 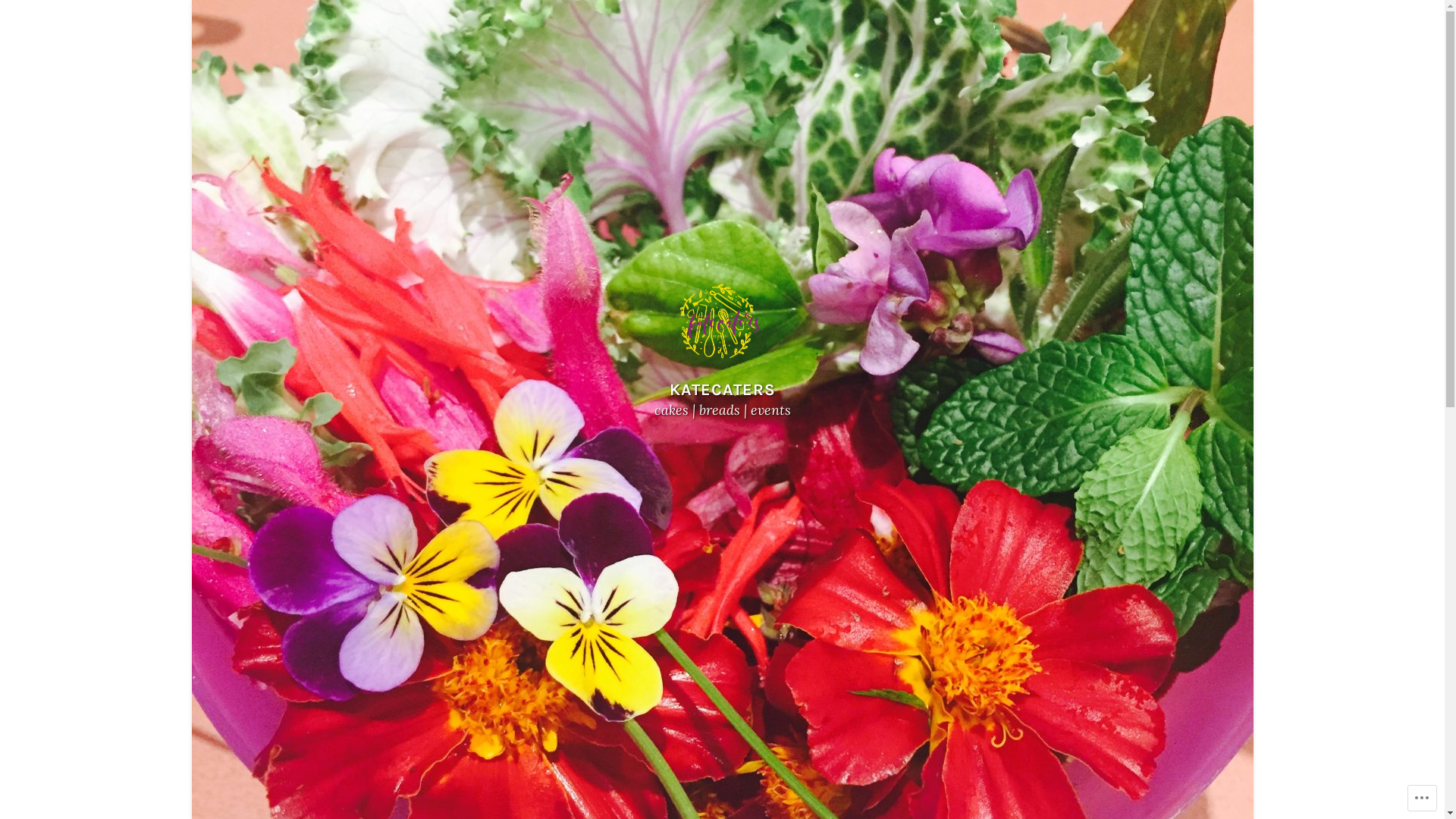 I want to click on 'KATECATERS', so click(x=668, y=388).